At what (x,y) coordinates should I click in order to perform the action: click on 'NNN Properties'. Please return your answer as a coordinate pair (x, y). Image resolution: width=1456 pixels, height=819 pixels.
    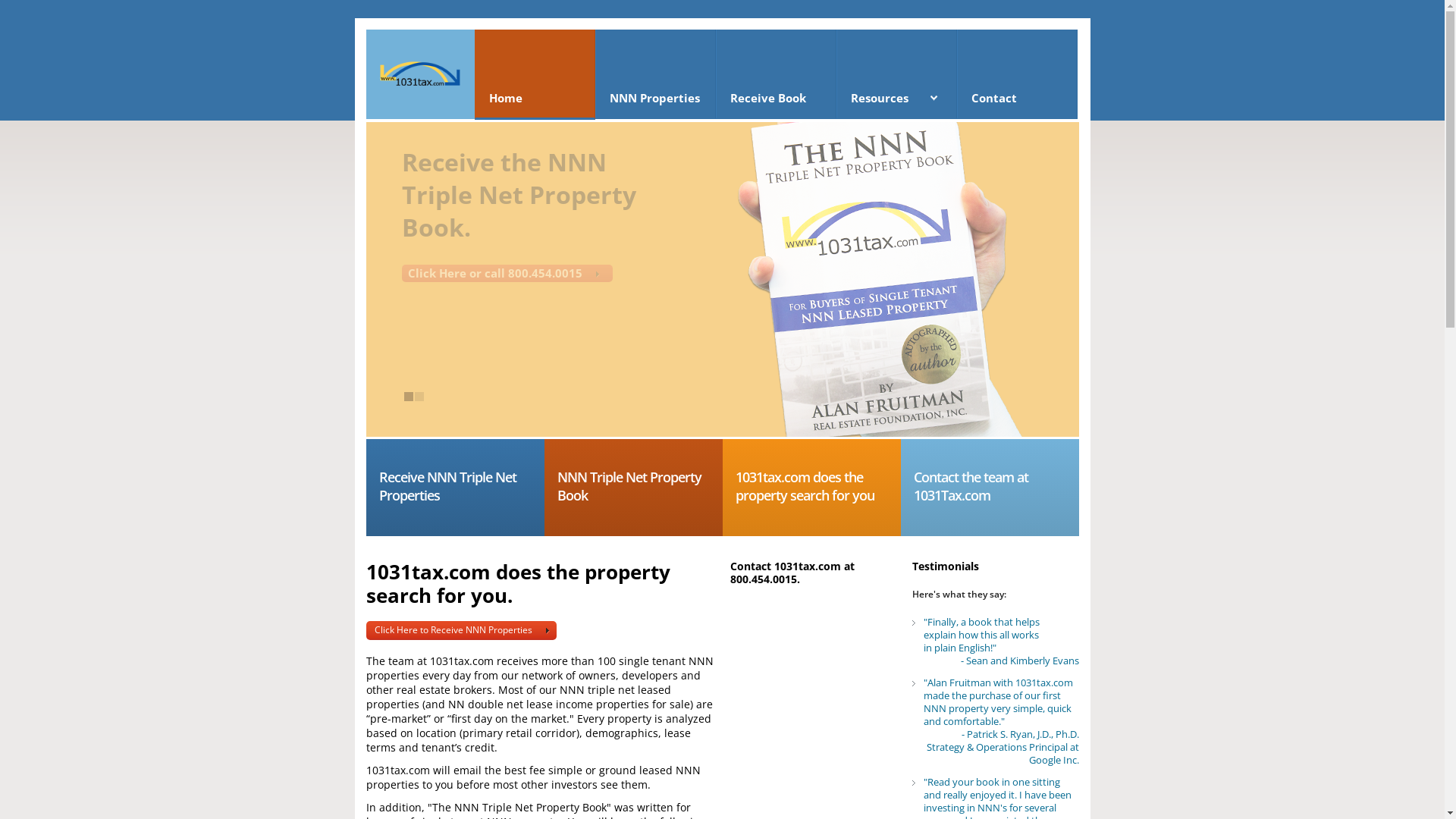
    Looking at the image, I should click on (654, 74).